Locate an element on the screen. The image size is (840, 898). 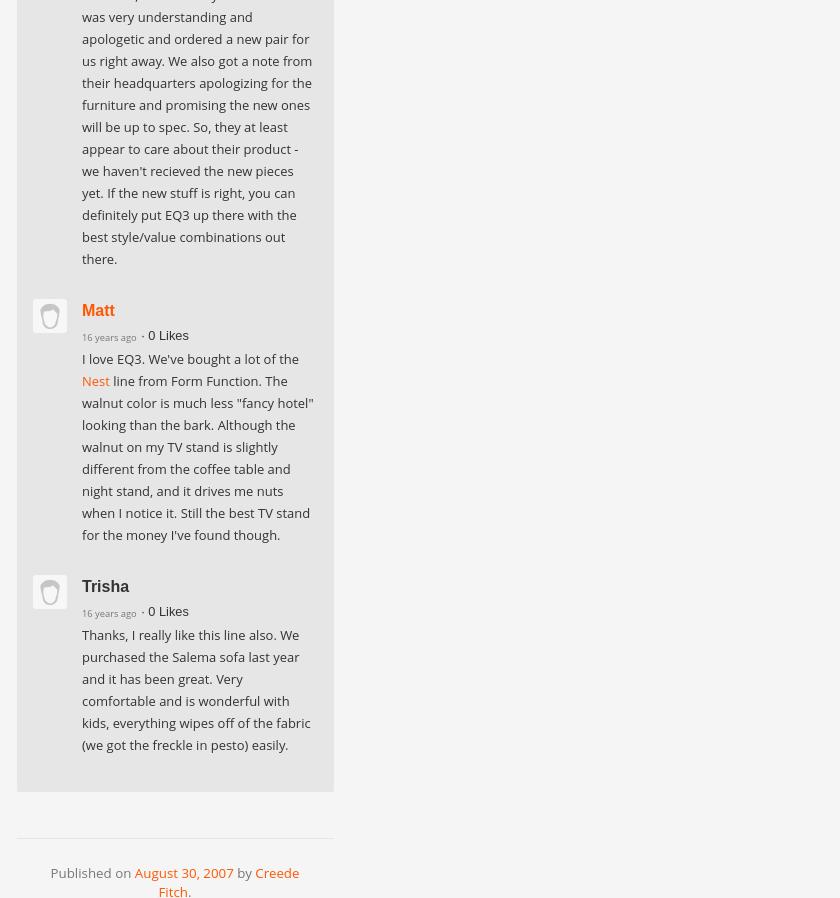
'Matt' is located at coordinates (98, 310).